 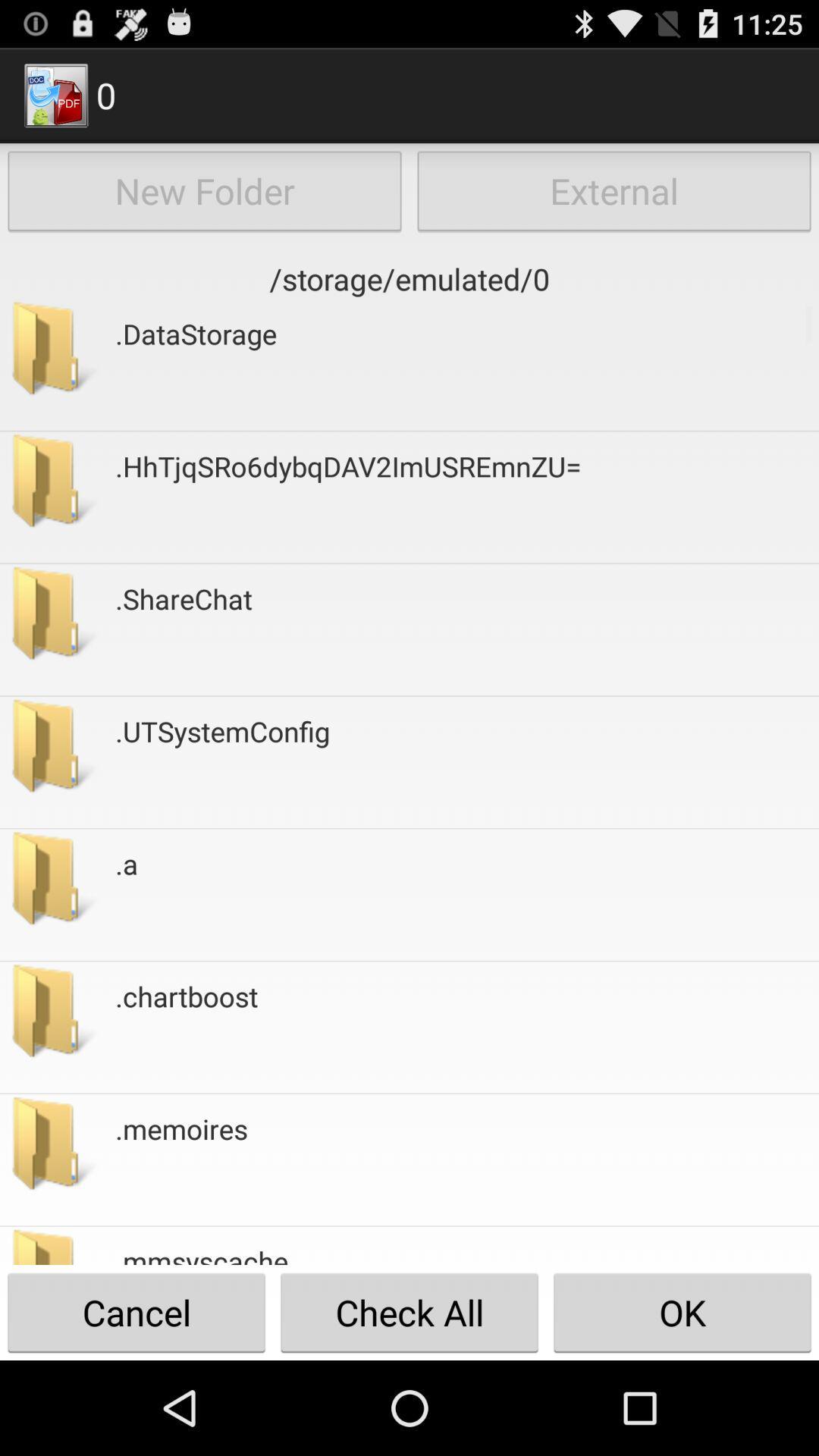 I want to click on the .mmsyscache app, so click(x=201, y=1254).